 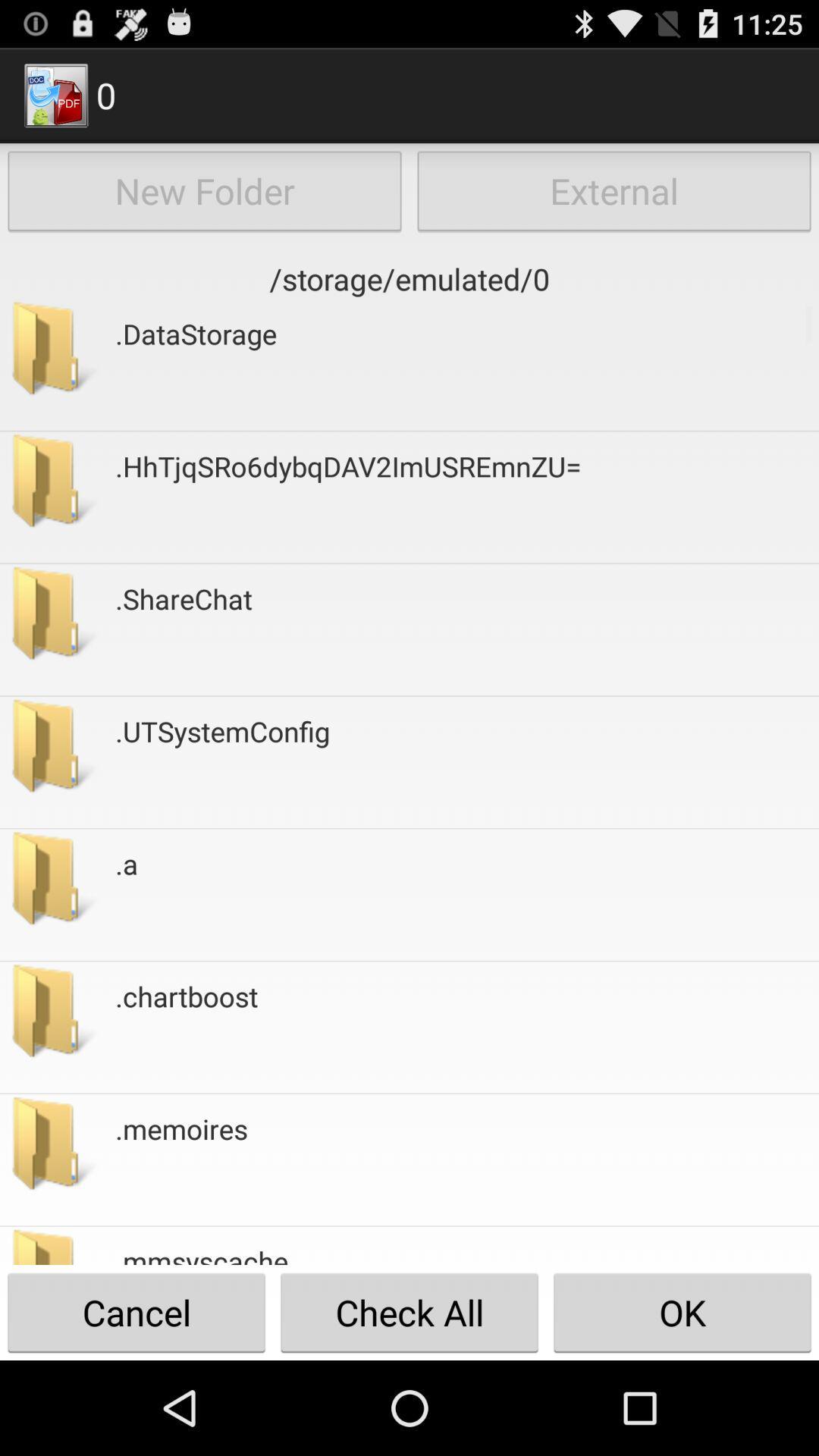 I want to click on the .mmsyscache app, so click(x=201, y=1254).